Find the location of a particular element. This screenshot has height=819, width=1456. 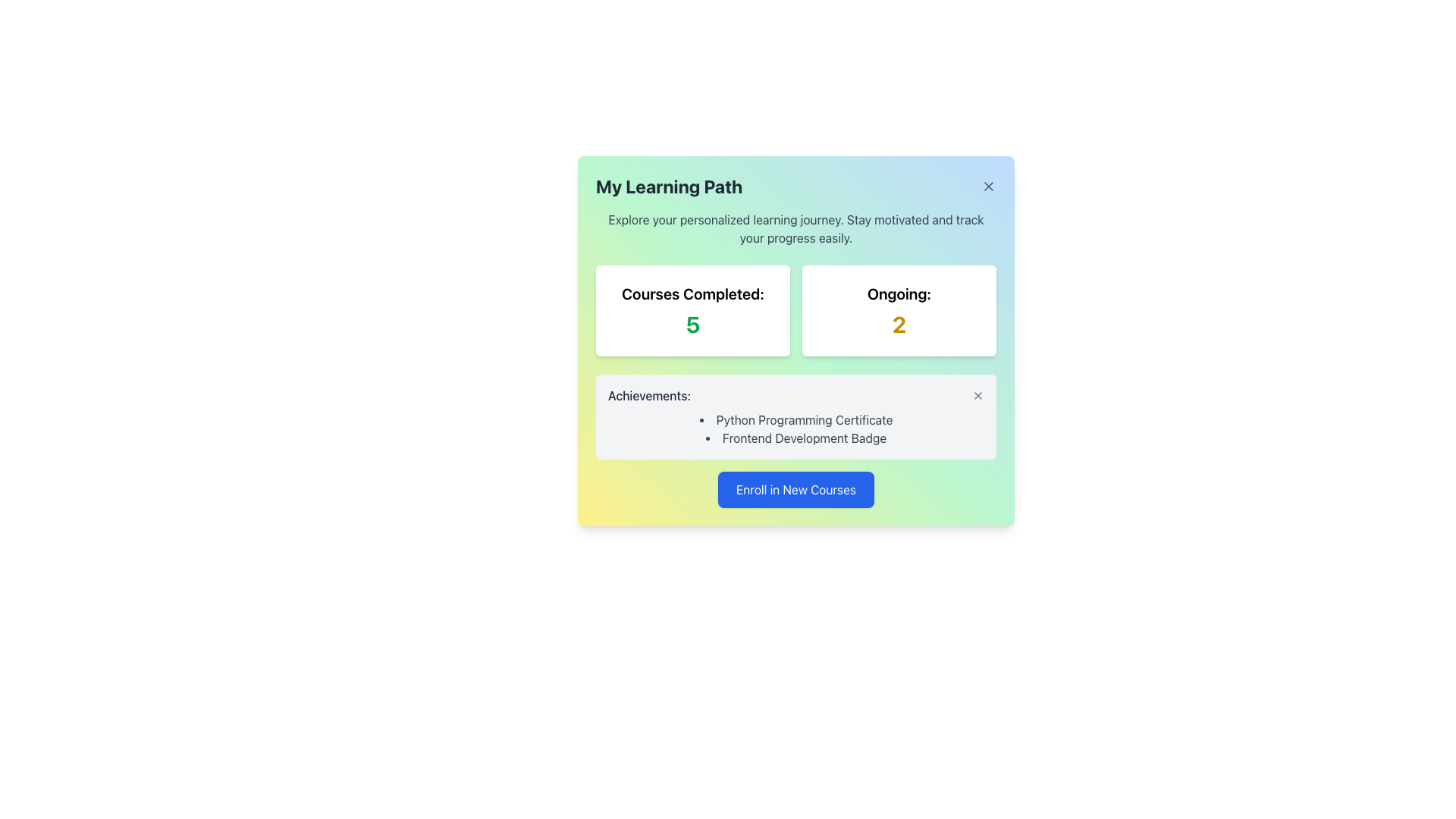

the Text Label that serves as a header or title for the current section, indicating the focus of the content below is located at coordinates (668, 186).